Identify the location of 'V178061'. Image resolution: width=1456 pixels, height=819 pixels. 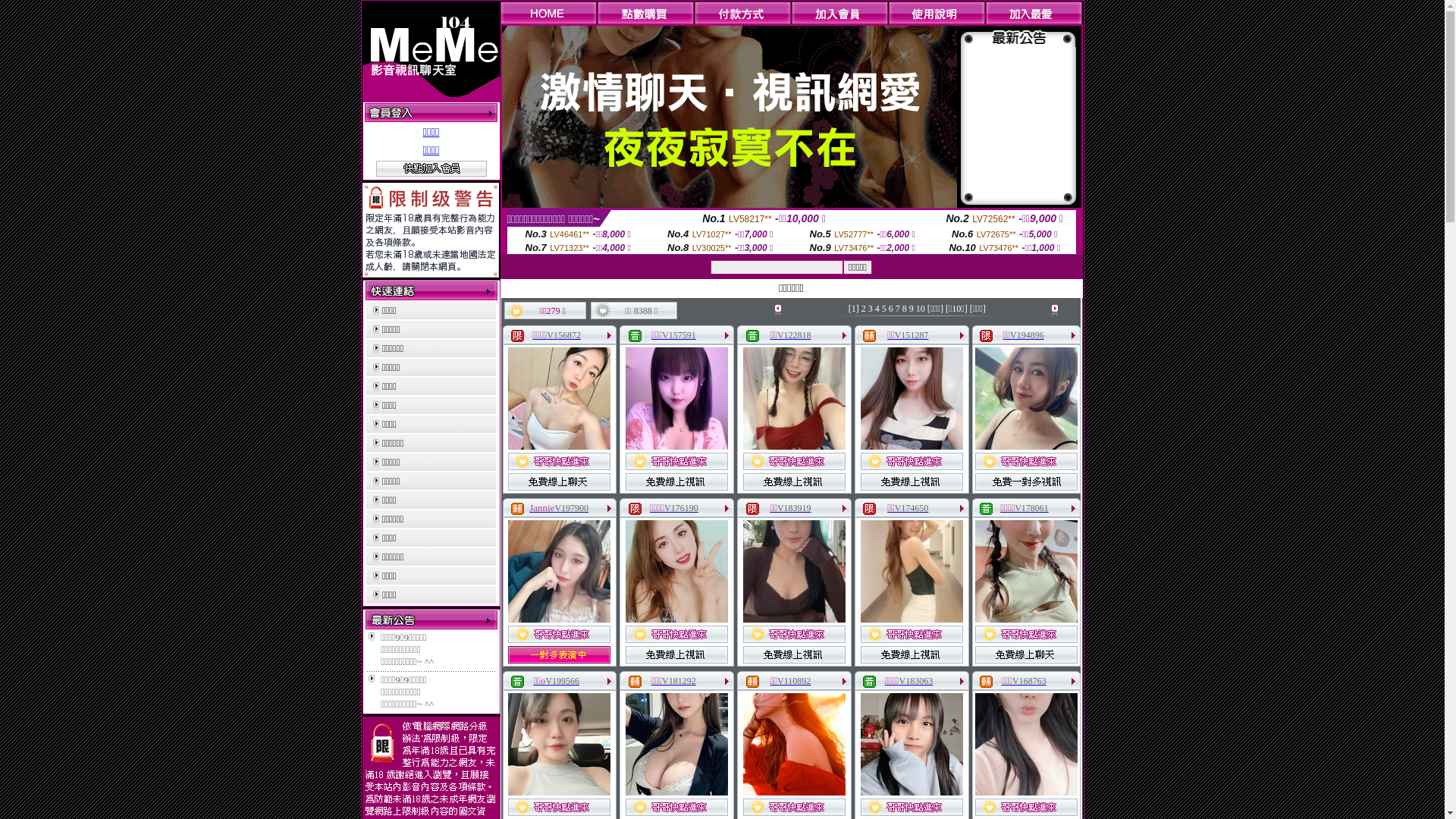
(1031, 508).